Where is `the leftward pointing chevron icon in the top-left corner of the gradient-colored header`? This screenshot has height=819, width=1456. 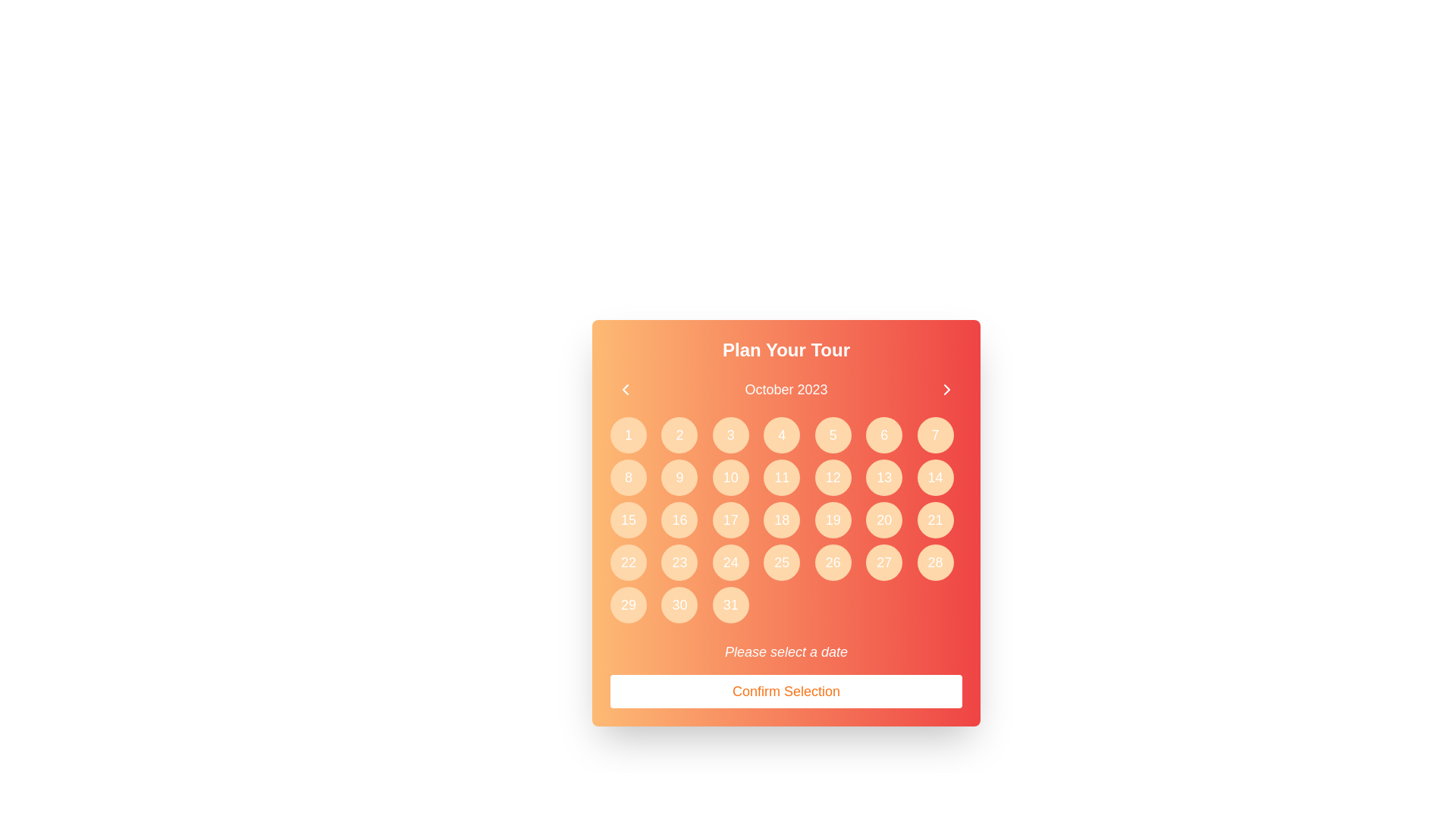
the leftward pointing chevron icon in the top-left corner of the gradient-colored header is located at coordinates (626, 388).